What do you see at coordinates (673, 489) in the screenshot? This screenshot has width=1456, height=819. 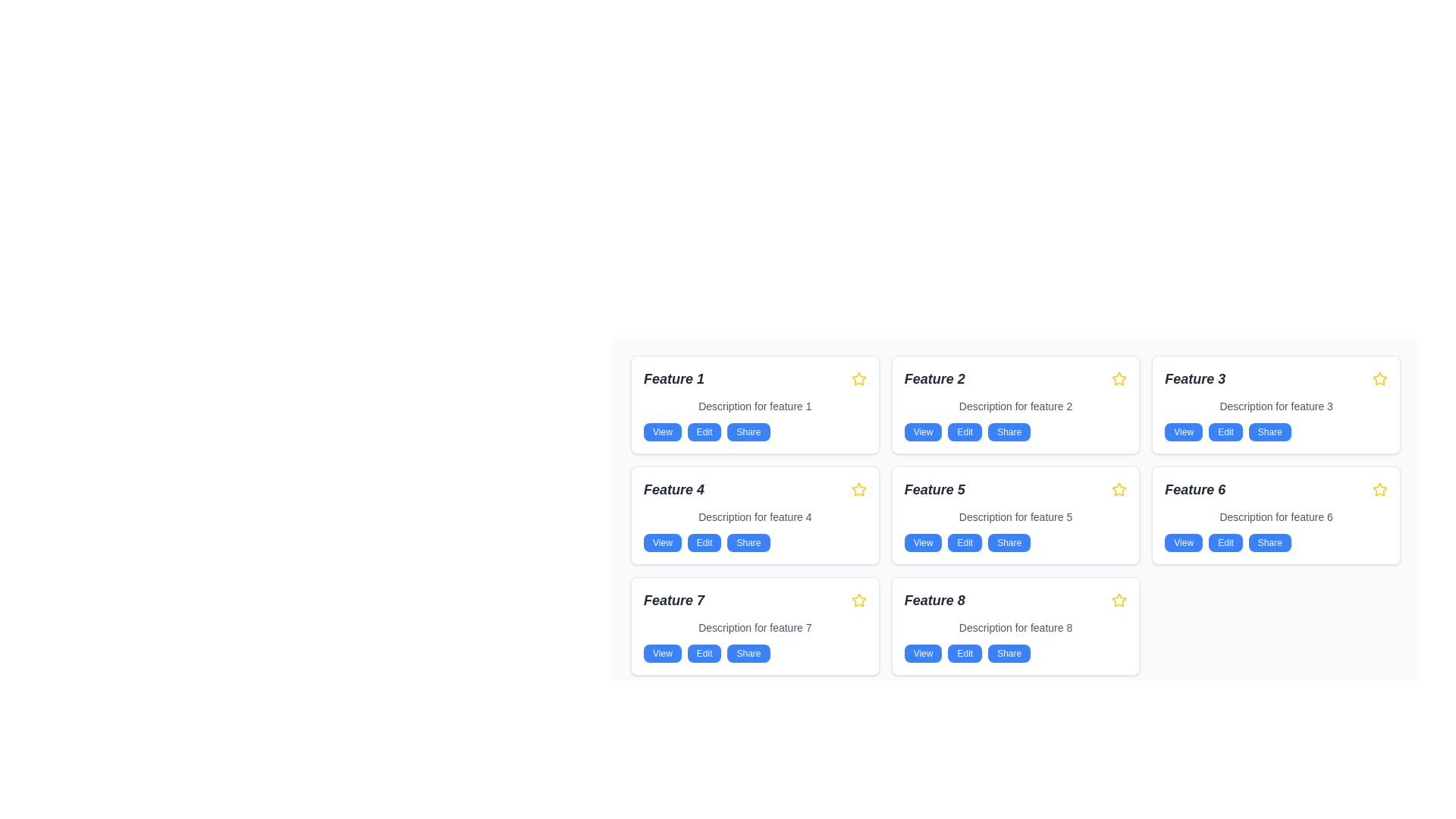 I see `the Text Label that serves as the title for the feature card located in the second row, first column of the grid layout` at bounding box center [673, 489].